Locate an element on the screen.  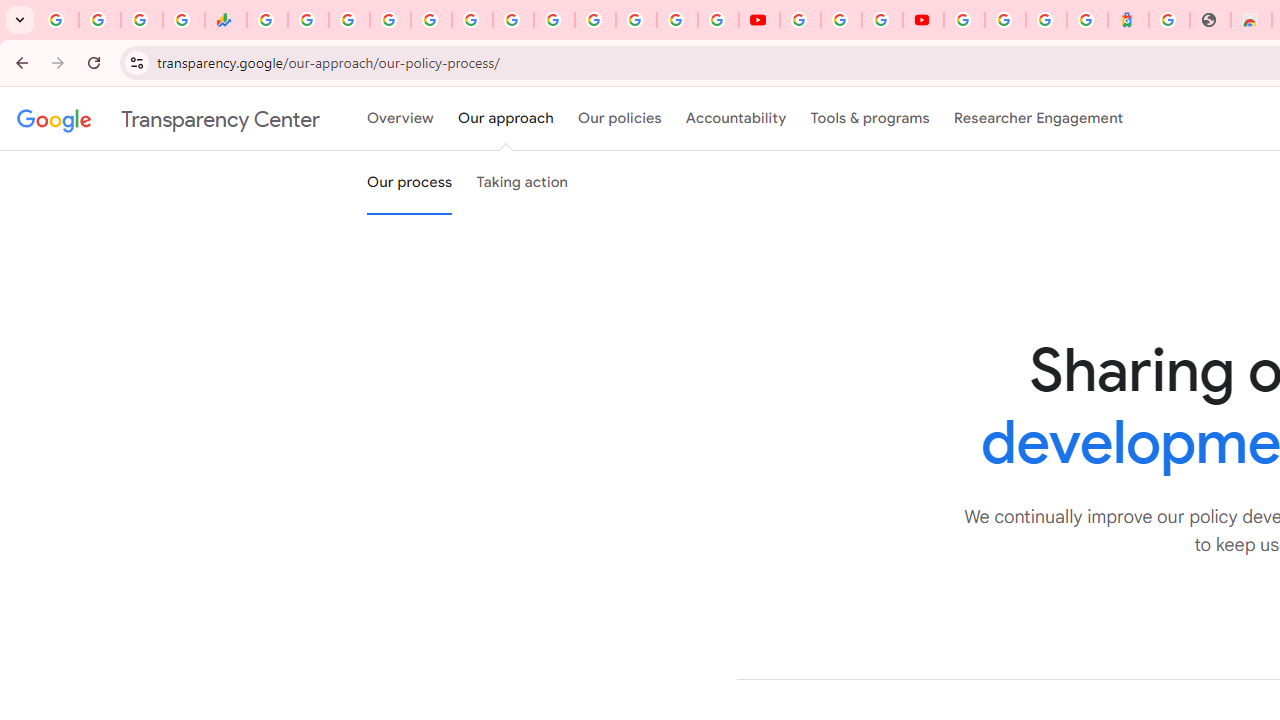
'Sign in - Google Accounts' is located at coordinates (964, 20).